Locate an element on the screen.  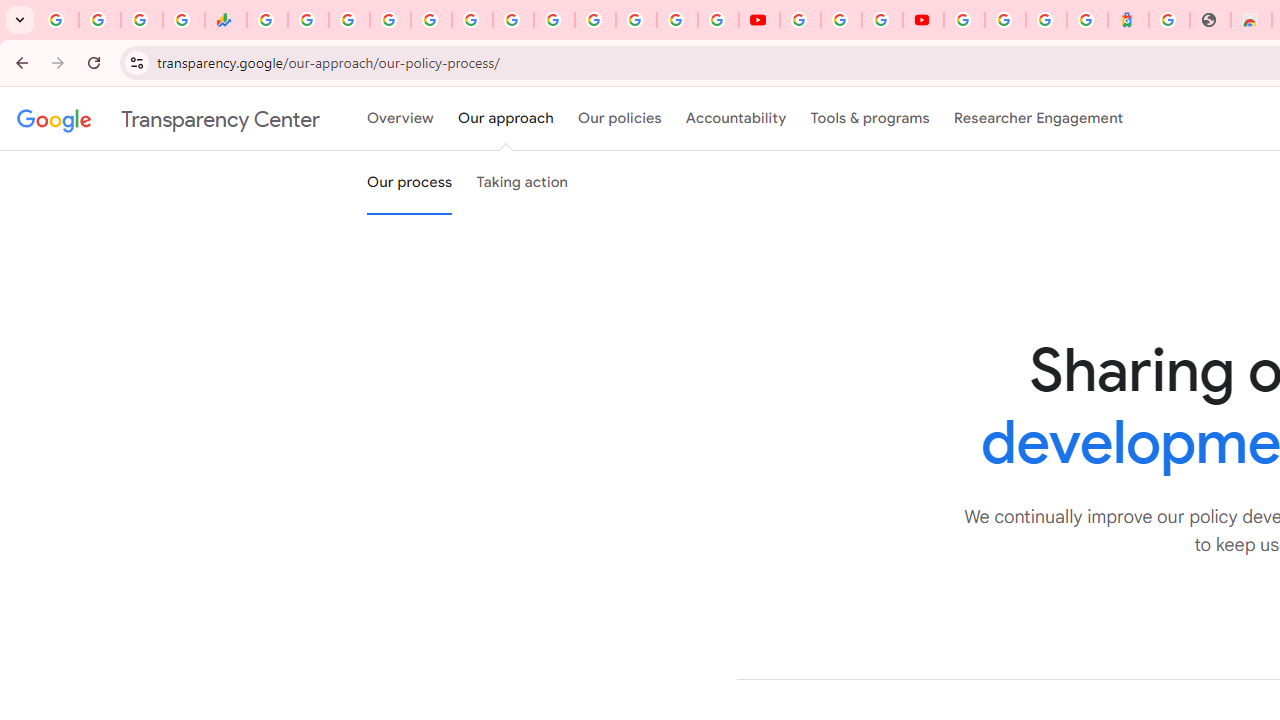
'Sign in - Google Accounts' is located at coordinates (964, 20).